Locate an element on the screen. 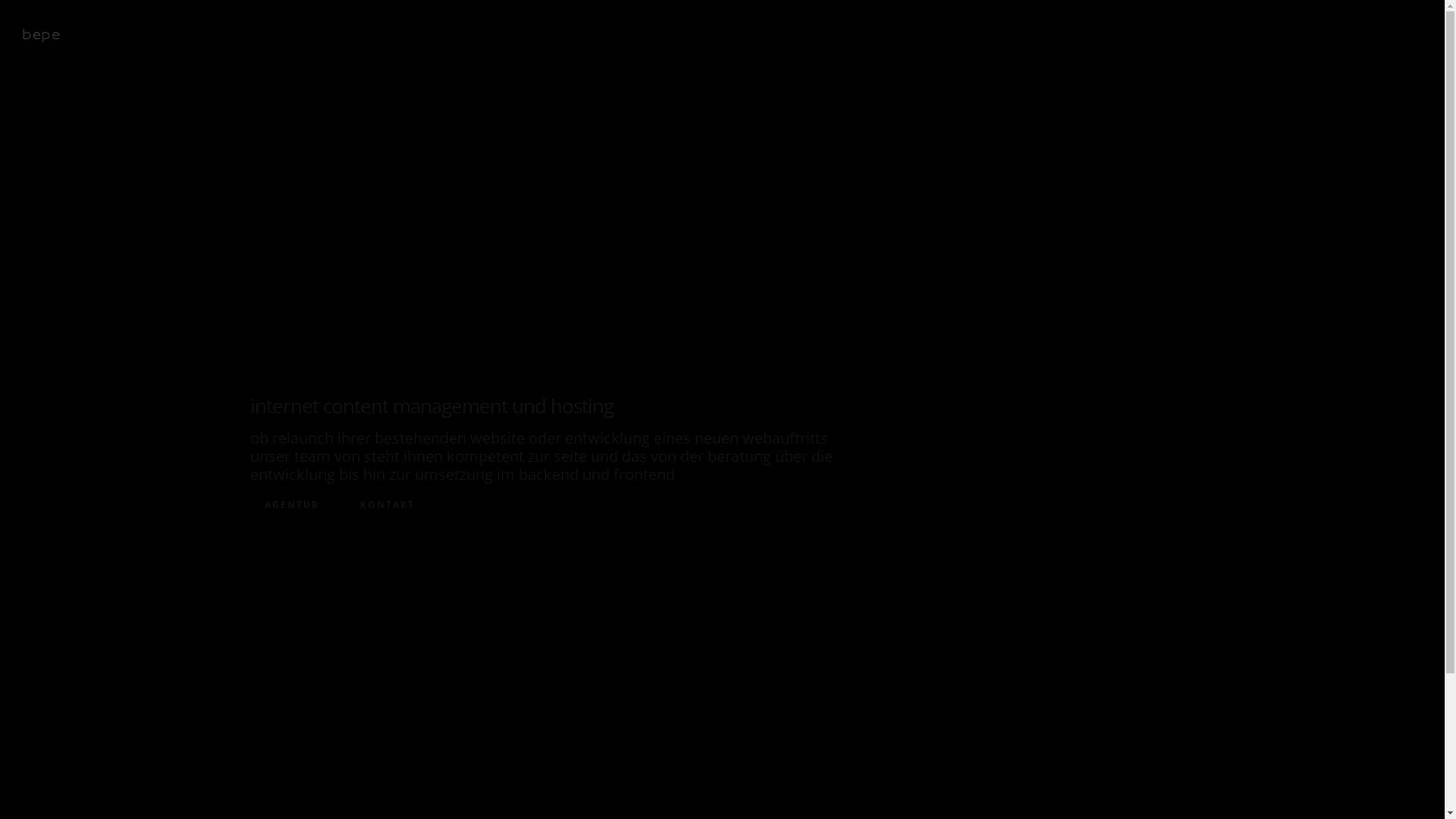 This screenshot has width=1456, height=819. 'KONTAKT' is located at coordinates (387, 504).